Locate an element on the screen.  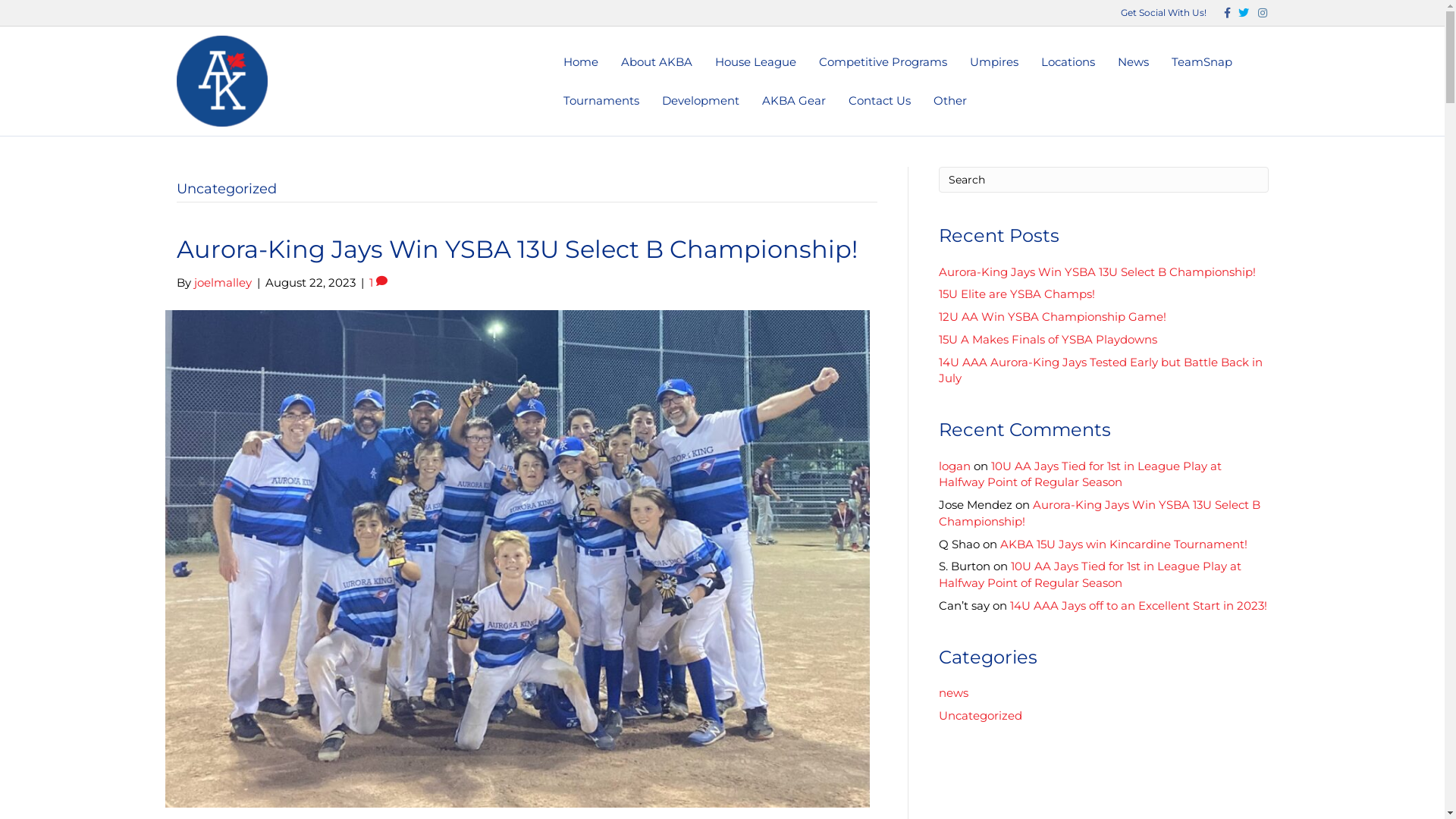
'Instagram' is located at coordinates (1257, 11).